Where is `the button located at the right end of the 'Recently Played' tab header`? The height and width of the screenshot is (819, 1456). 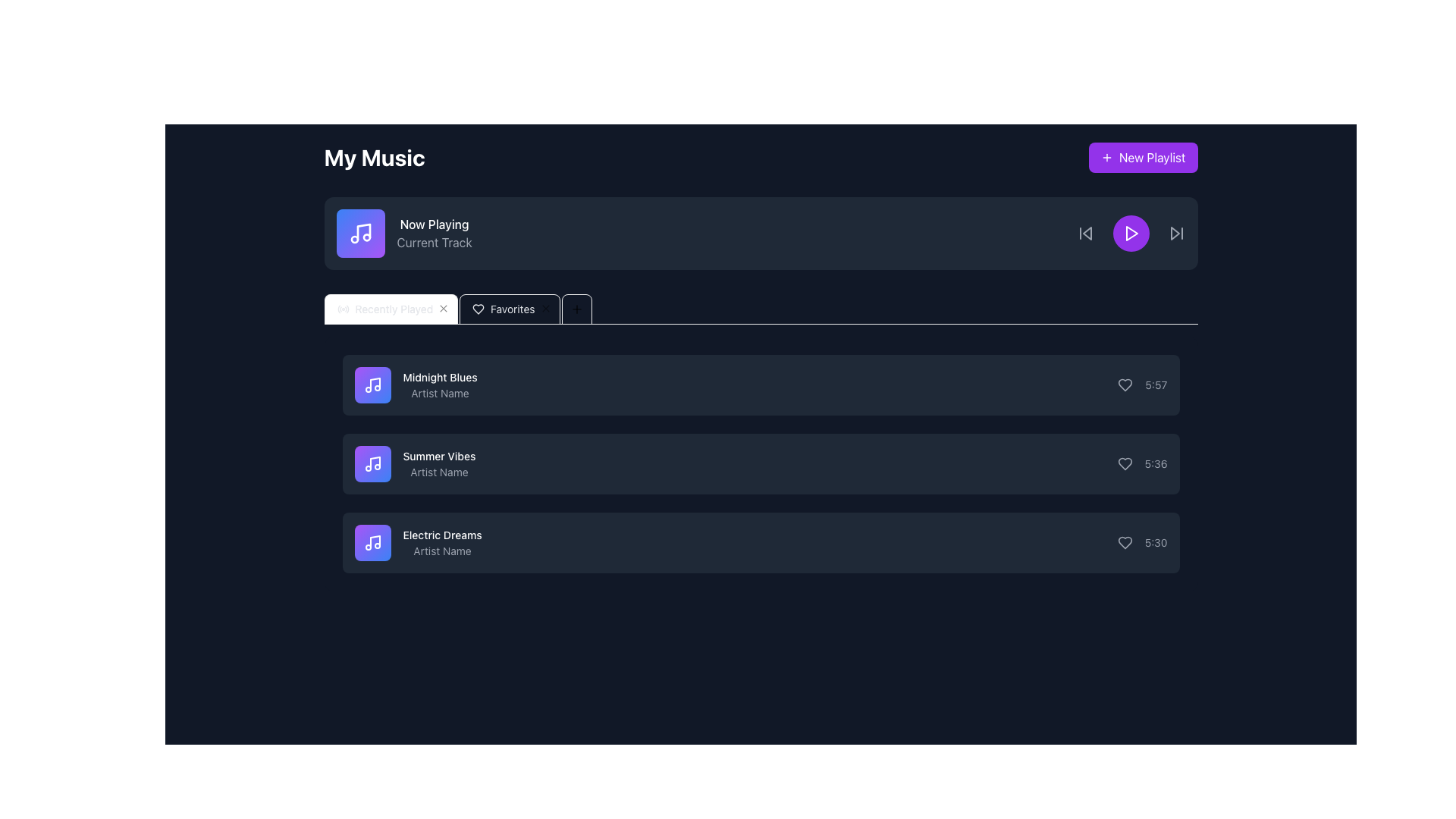
the button located at the right end of the 'Recently Played' tab header is located at coordinates (443, 309).